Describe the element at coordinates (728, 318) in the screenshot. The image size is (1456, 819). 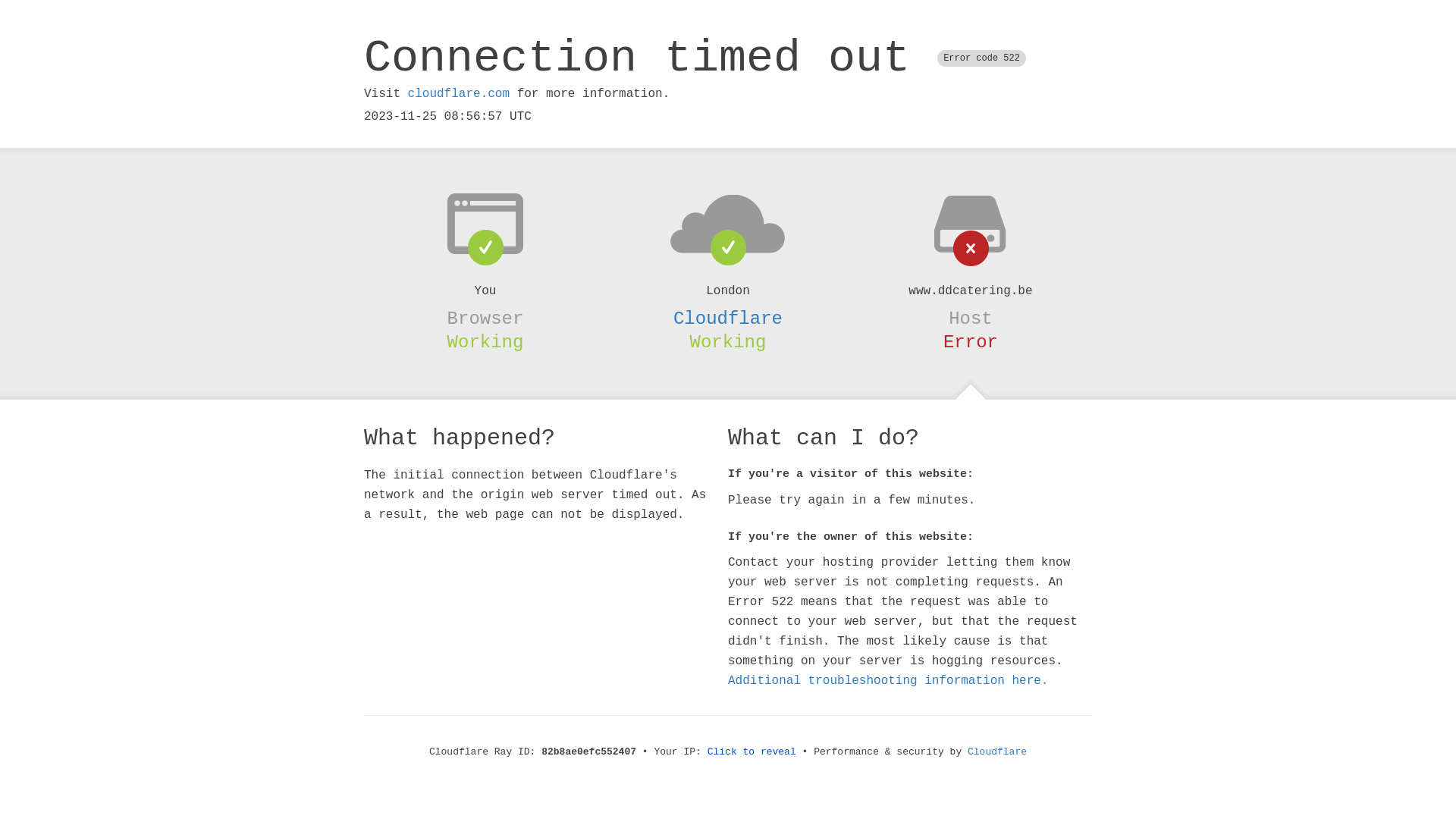
I see `'Cloudflare'` at that location.